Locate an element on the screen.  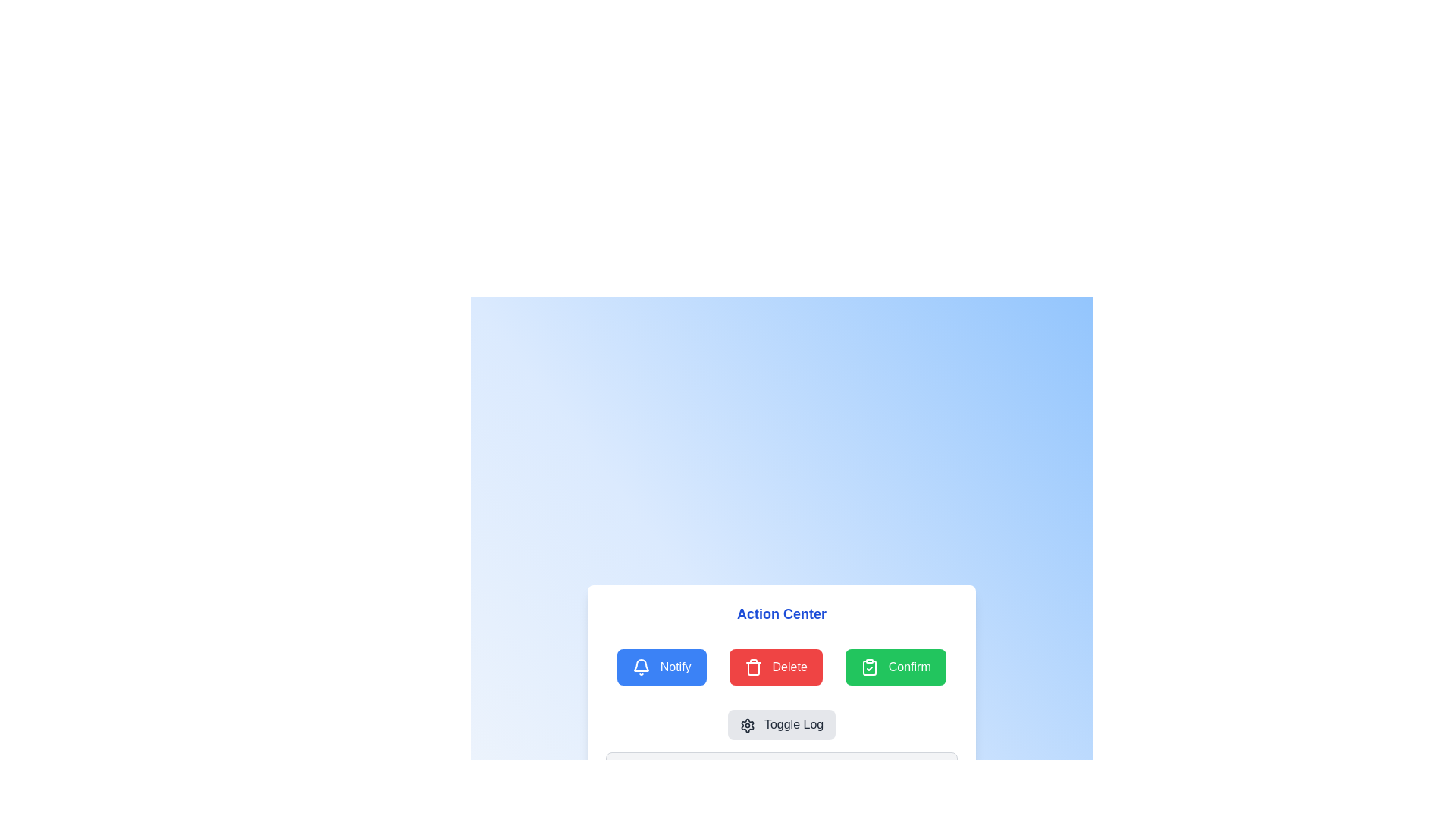
the light blue notification bell icon located to the left of the 'Notify' text within the blue rectangular button at the upper section of the interface is located at coordinates (642, 667).